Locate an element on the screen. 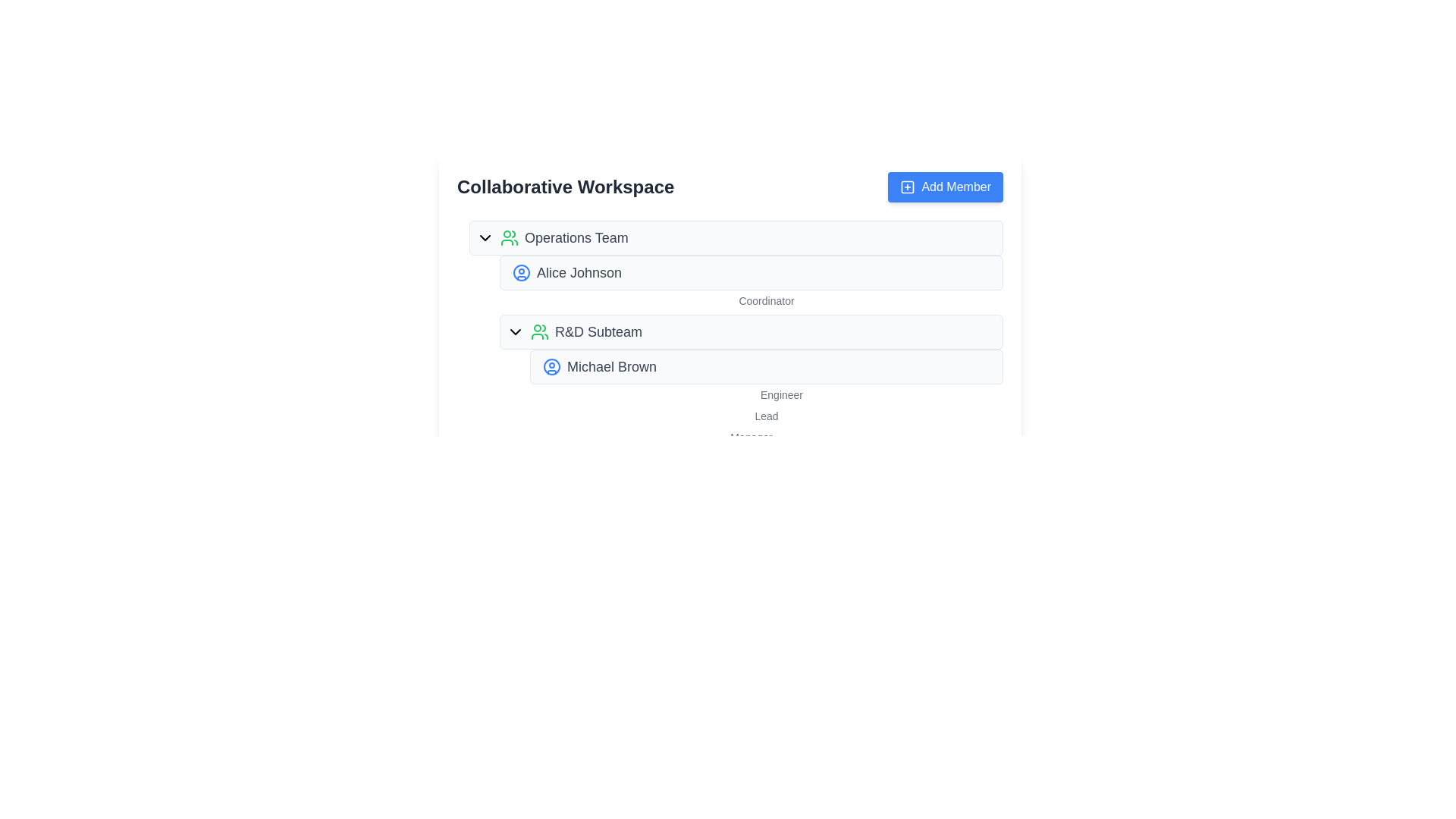 The height and width of the screenshot is (819, 1456). the 'R&D Subteam' icon, which is the leftmost item in the horizontal layout of the second group beneath 'Operations Team' is located at coordinates (539, 331).